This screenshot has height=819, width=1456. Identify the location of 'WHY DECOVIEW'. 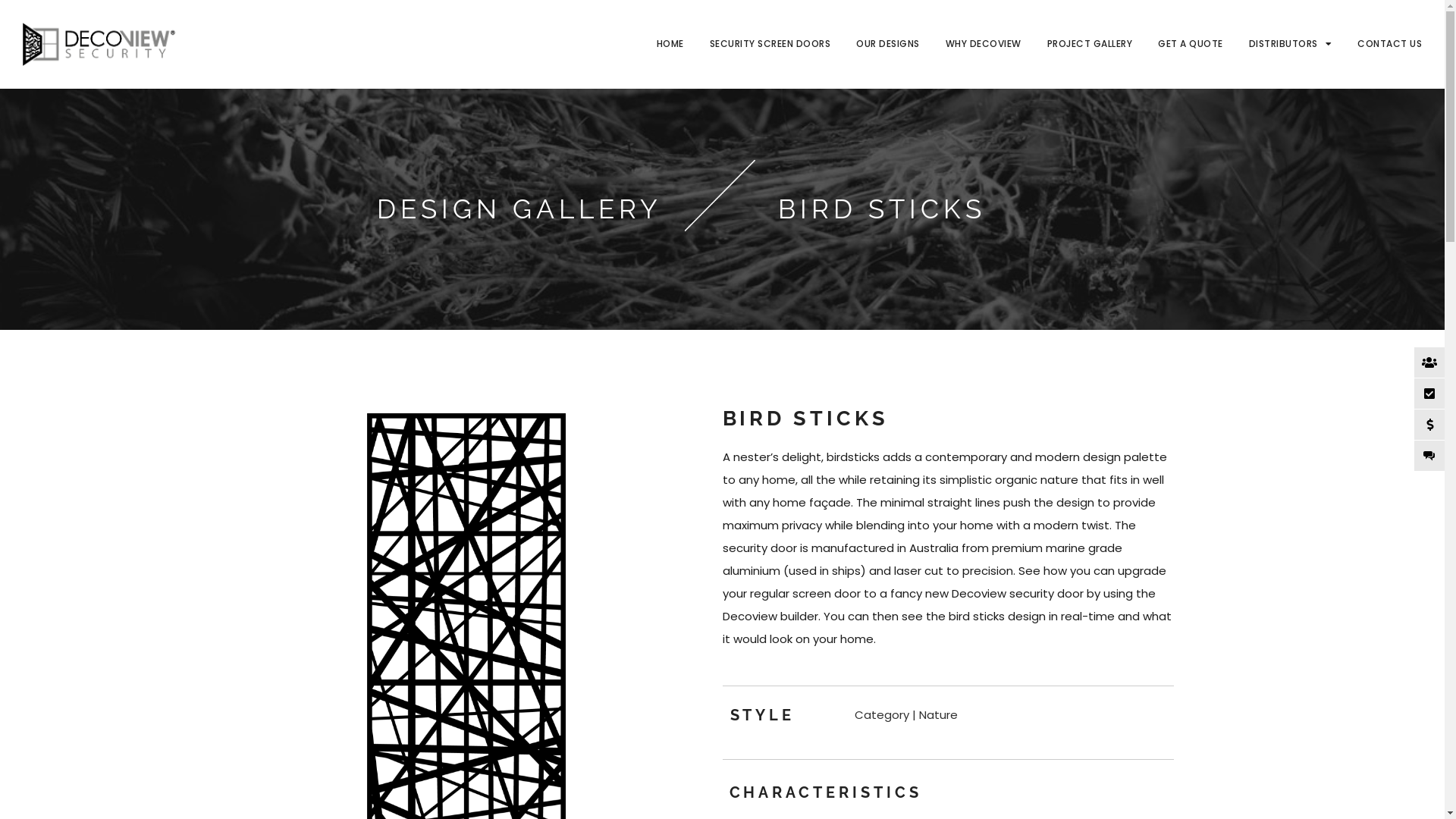
(983, 42).